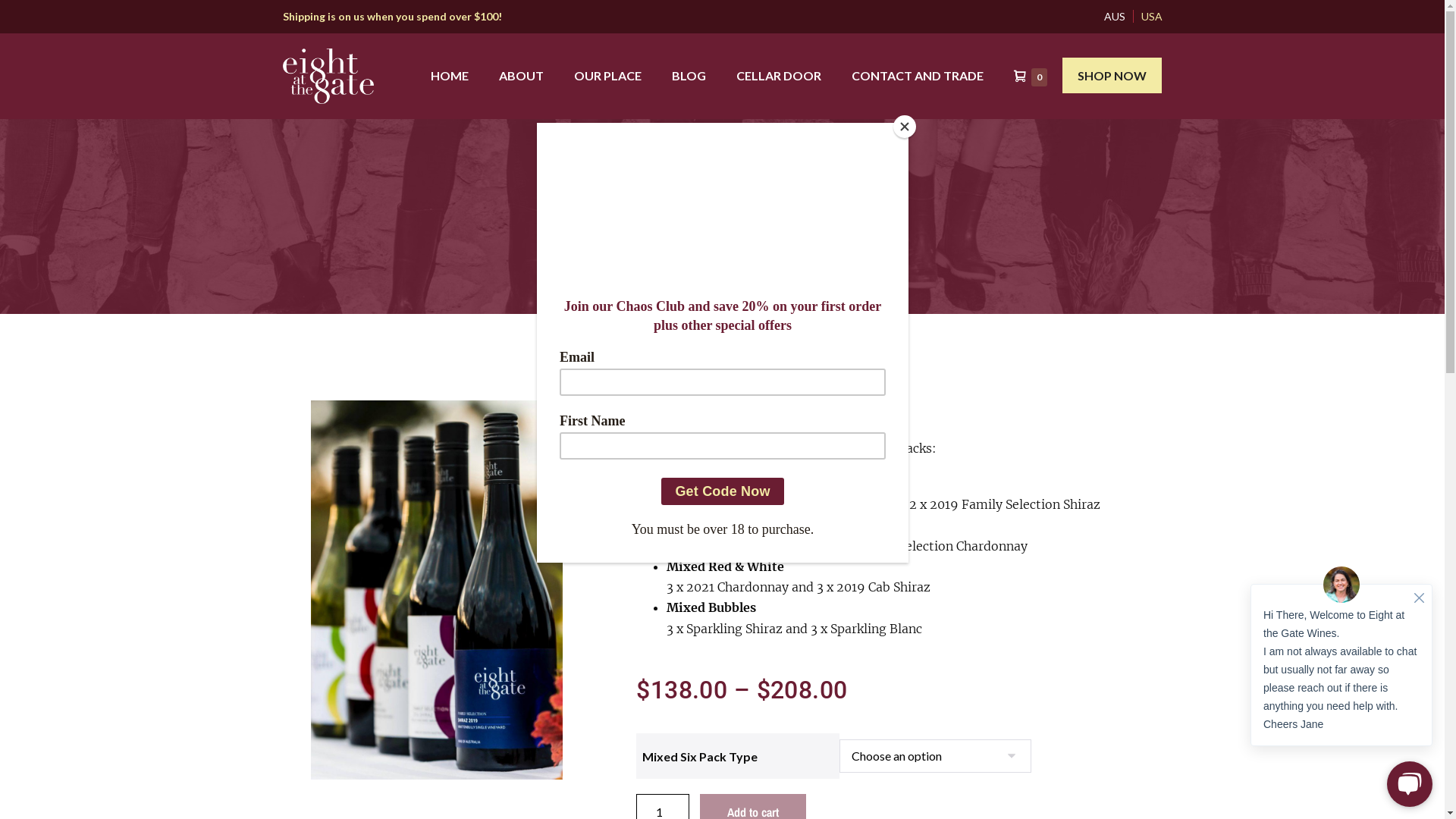  I want to click on 'SHOP NOW', so click(1062, 75).